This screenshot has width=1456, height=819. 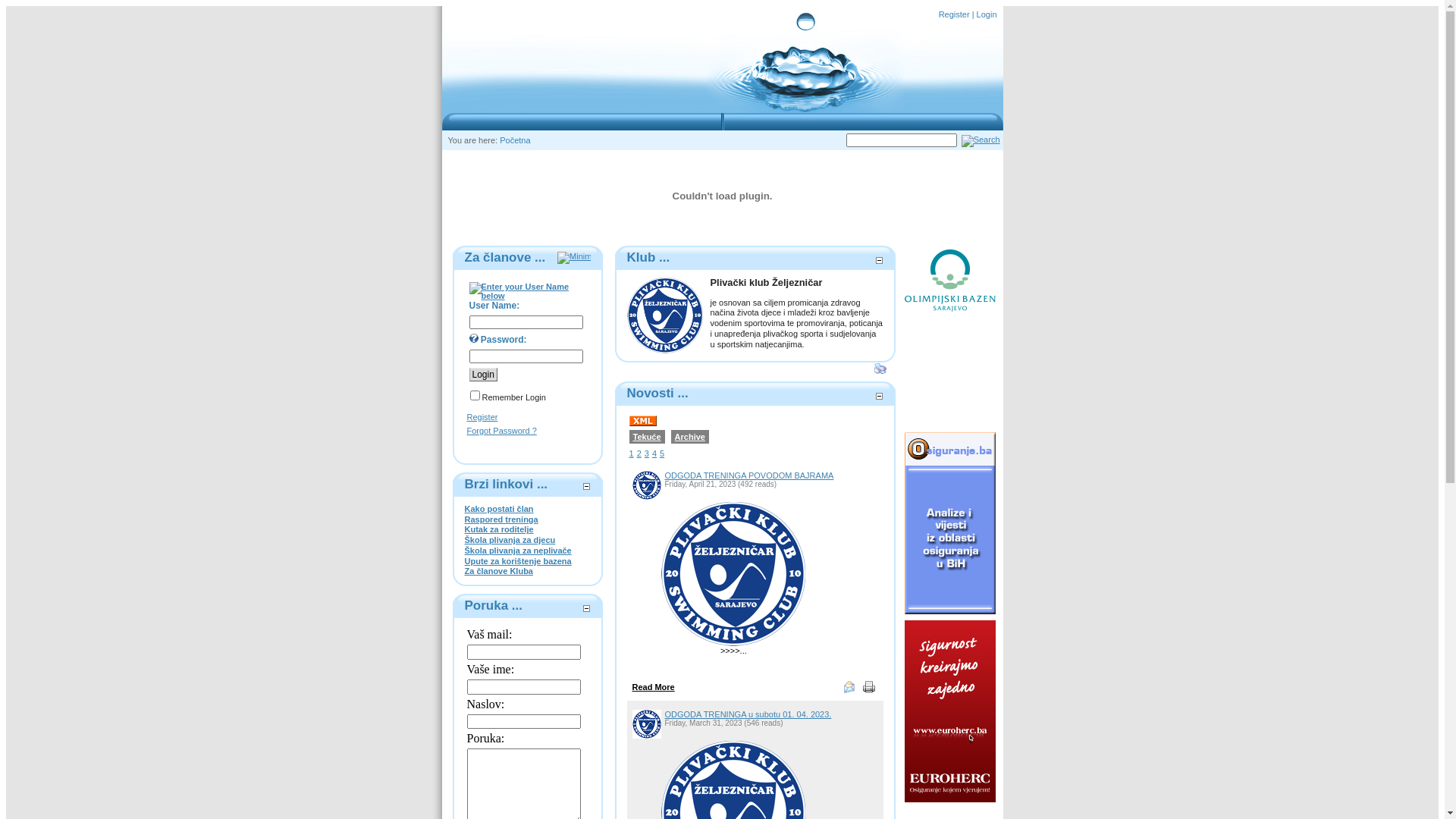 I want to click on 'Print', so click(x=869, y=687).